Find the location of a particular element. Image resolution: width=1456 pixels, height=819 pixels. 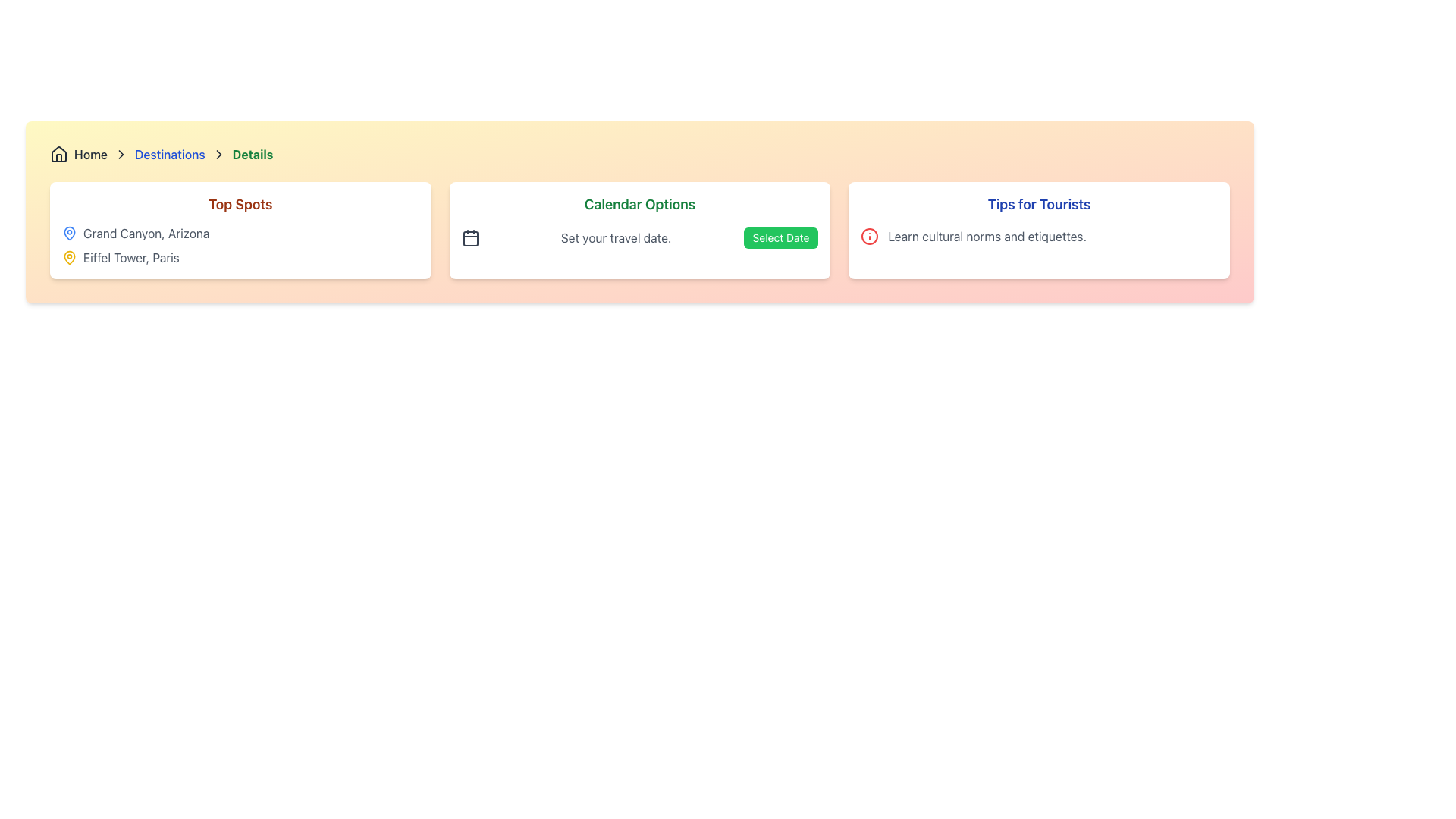

information provided on the Informational Card located in the top-right corner of the grid, which contains tips for tourists regarding cultural norms and etiquettes is located at coordinates (1037, 231).